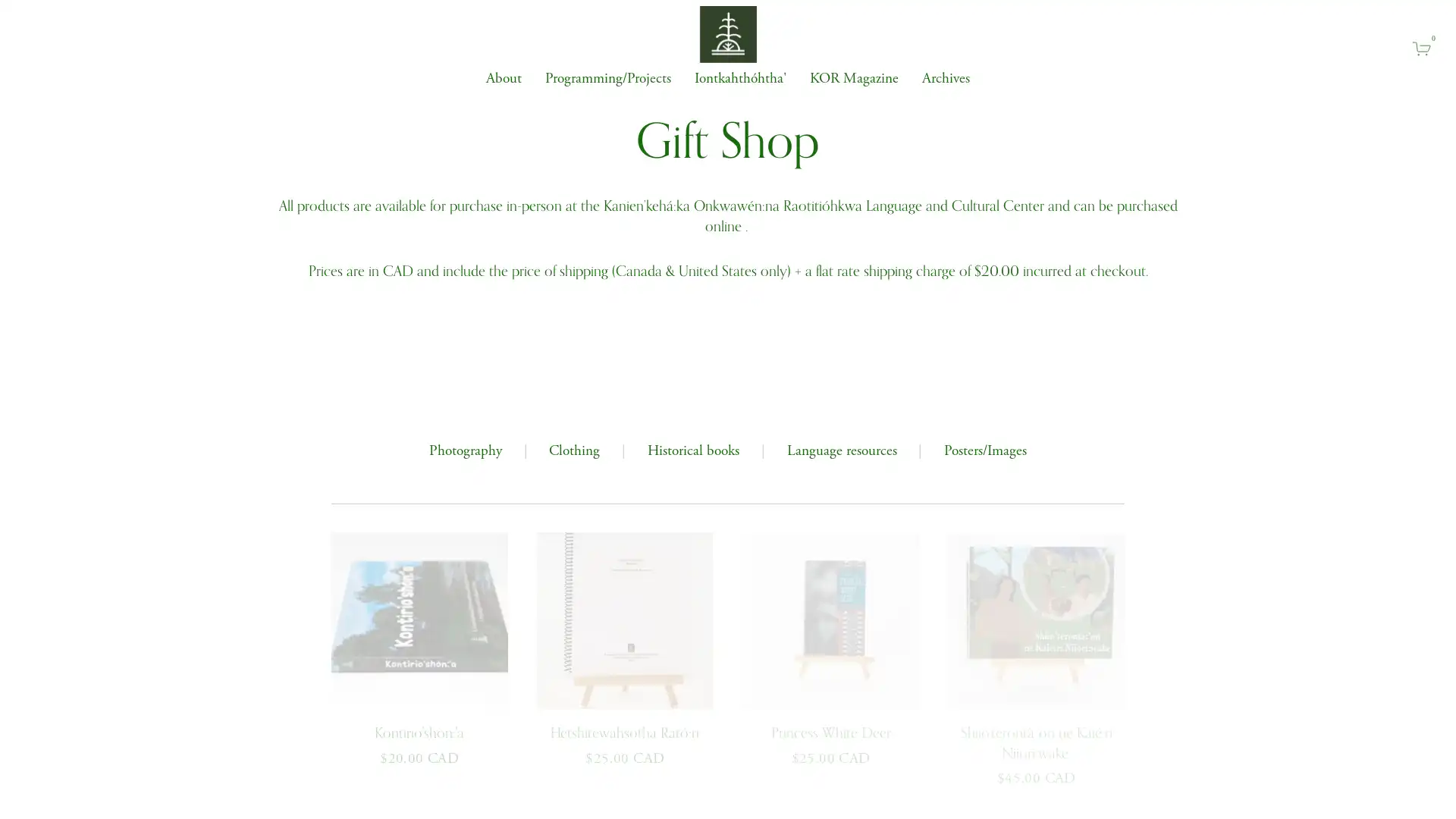 The height and width of the screenshot is (819, 1456). I want to click on QUICK VIEW, so click(829, 637).